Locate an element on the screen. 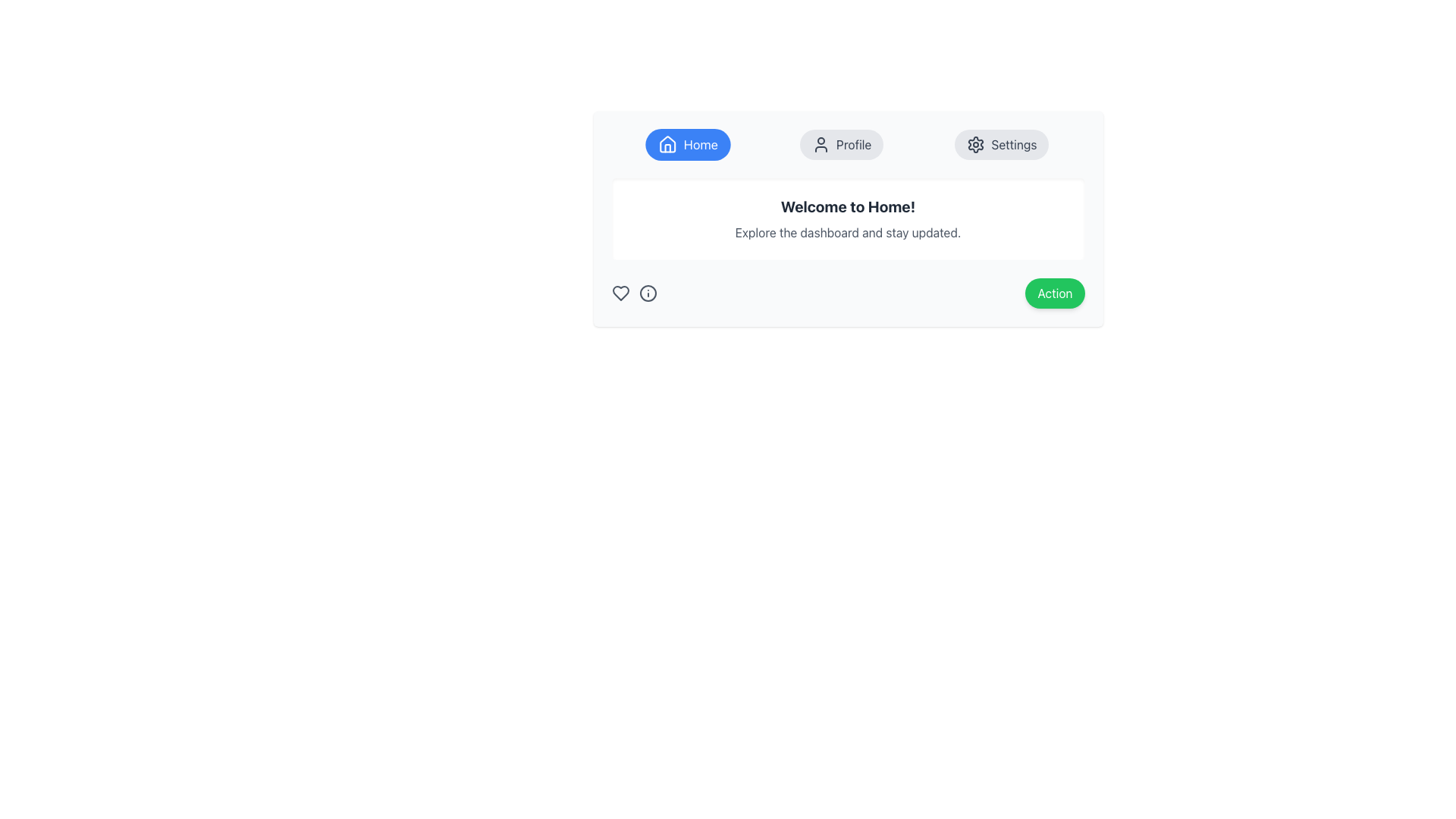 Image resolution: width=1456 pixels, height=819 pixels. the icons in the horizontal action bar located beneath the 'Welcome to Home!' section is located at coordinates (847, 293).